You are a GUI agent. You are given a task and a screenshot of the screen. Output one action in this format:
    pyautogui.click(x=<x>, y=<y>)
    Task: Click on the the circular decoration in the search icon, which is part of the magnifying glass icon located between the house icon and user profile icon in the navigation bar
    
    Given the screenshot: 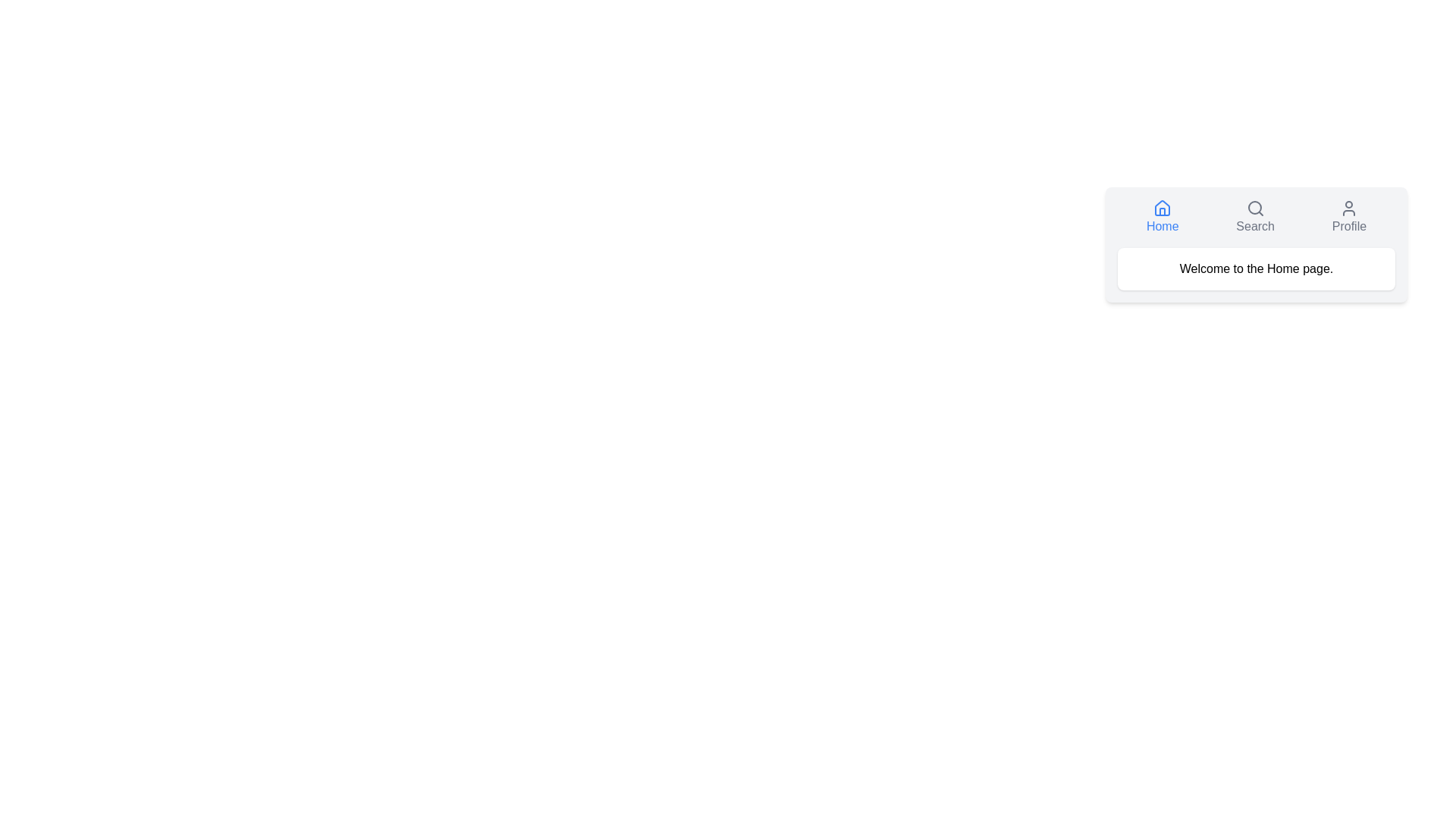 What is the action you would take?
    pyautogui.click(x=1254, y=207)
    